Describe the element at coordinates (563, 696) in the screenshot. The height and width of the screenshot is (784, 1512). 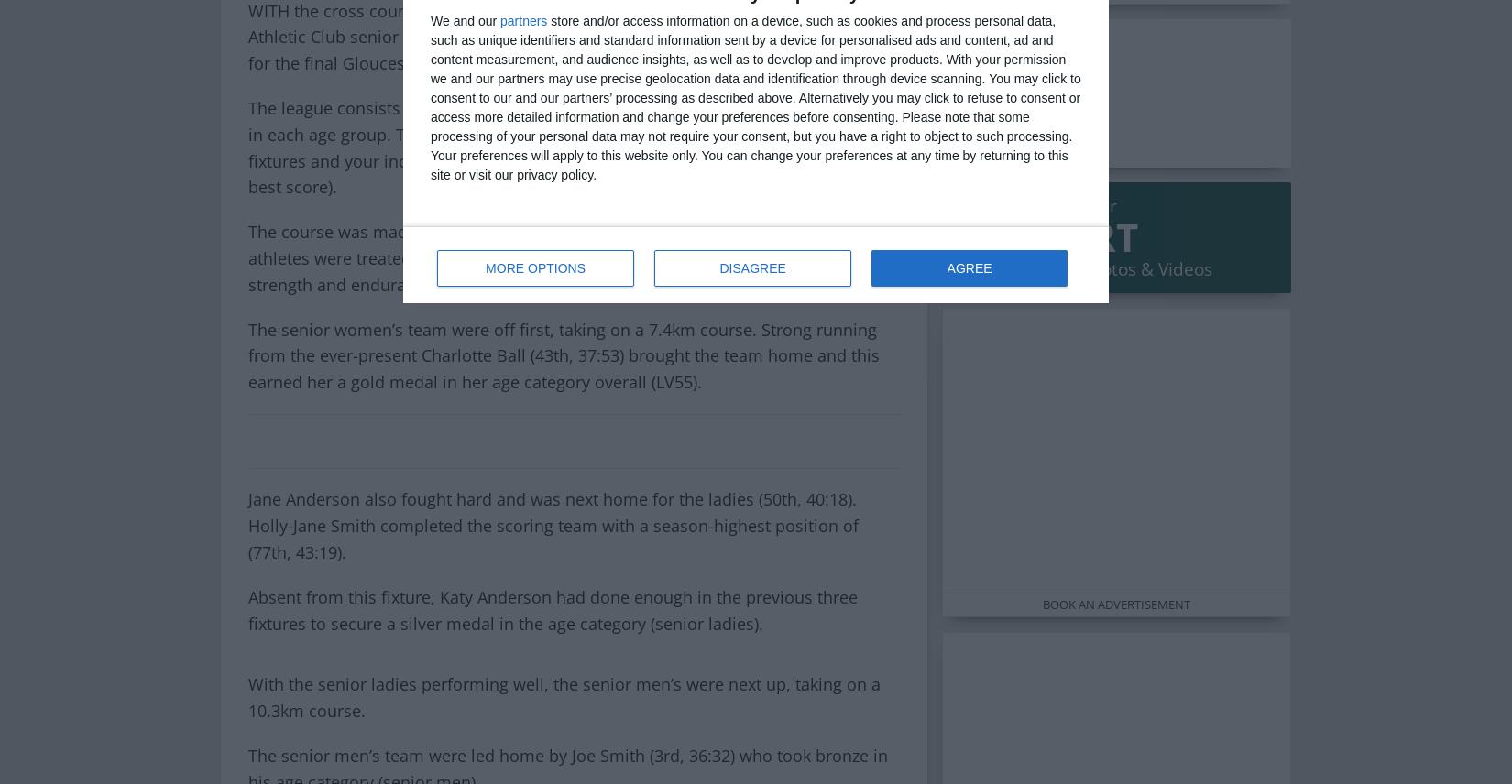
I see `'With the senior ladies performing well, the senior men’s were next up, taking on a 10.3km course.'` at that location.